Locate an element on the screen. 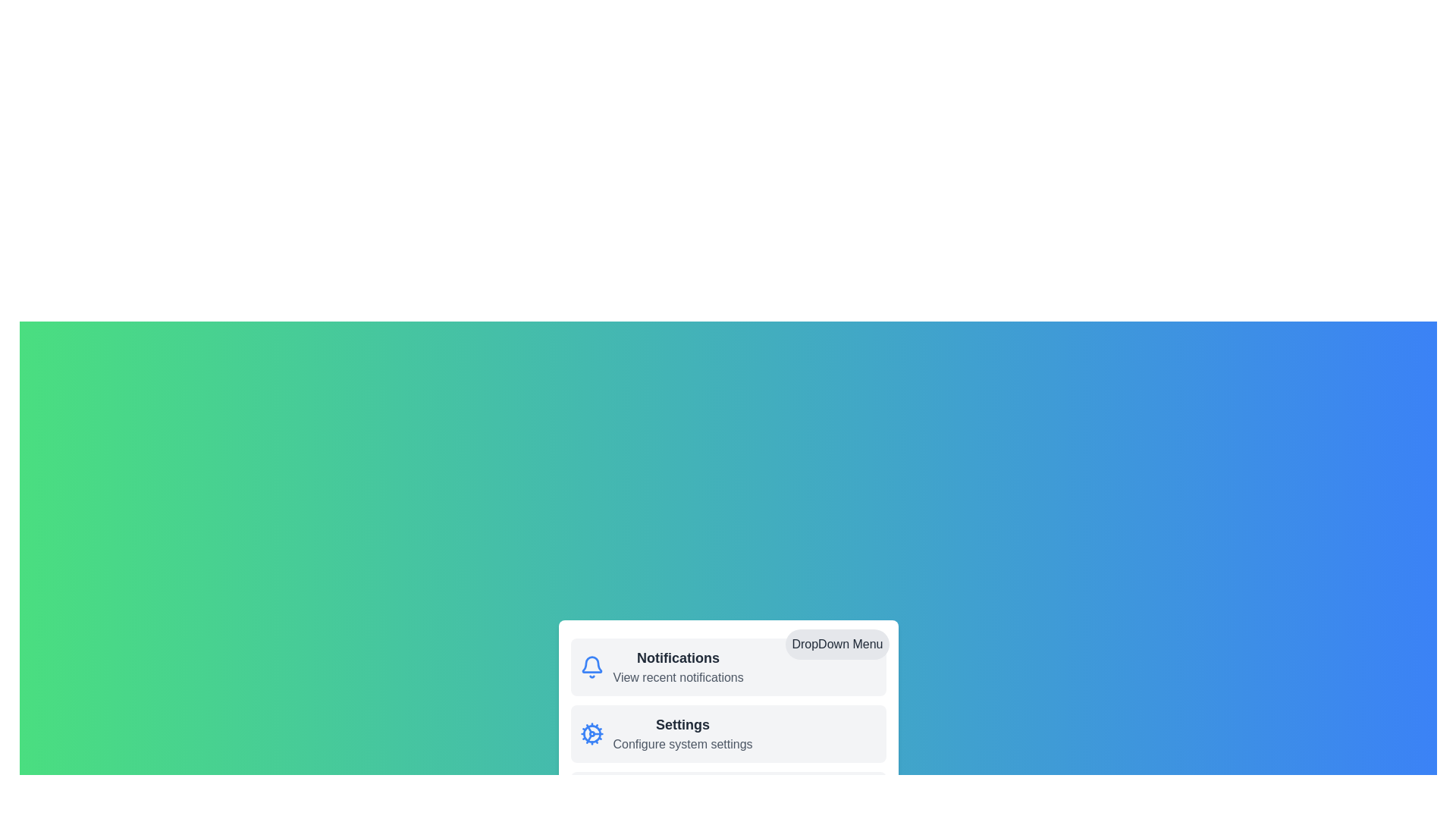 The image size is (1456, 819). the menu item Notifications is located at coordinates (591, 666).